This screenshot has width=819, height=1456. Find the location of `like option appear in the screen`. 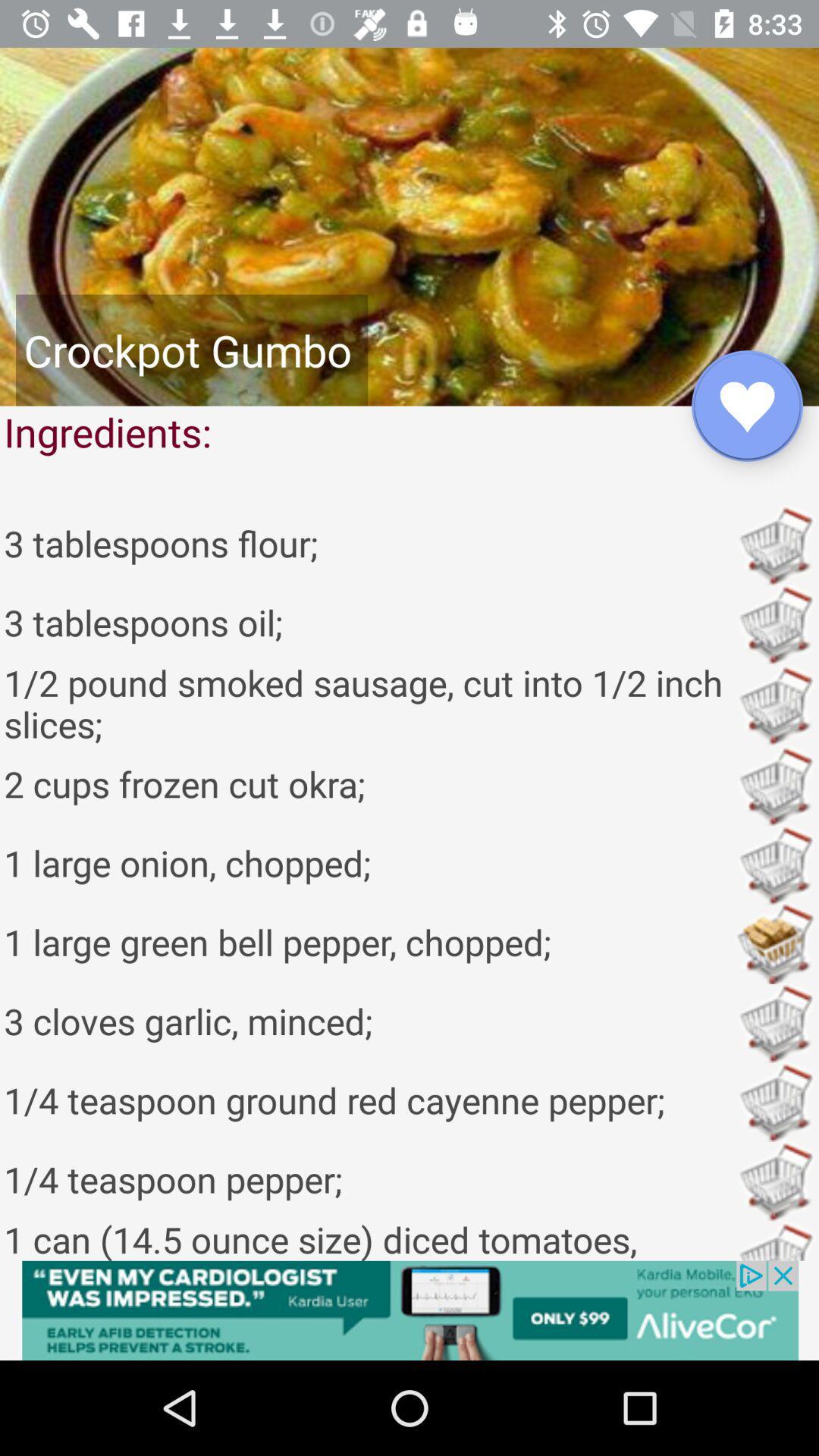

like option appear in the screen is located at coordinates (746, 406).